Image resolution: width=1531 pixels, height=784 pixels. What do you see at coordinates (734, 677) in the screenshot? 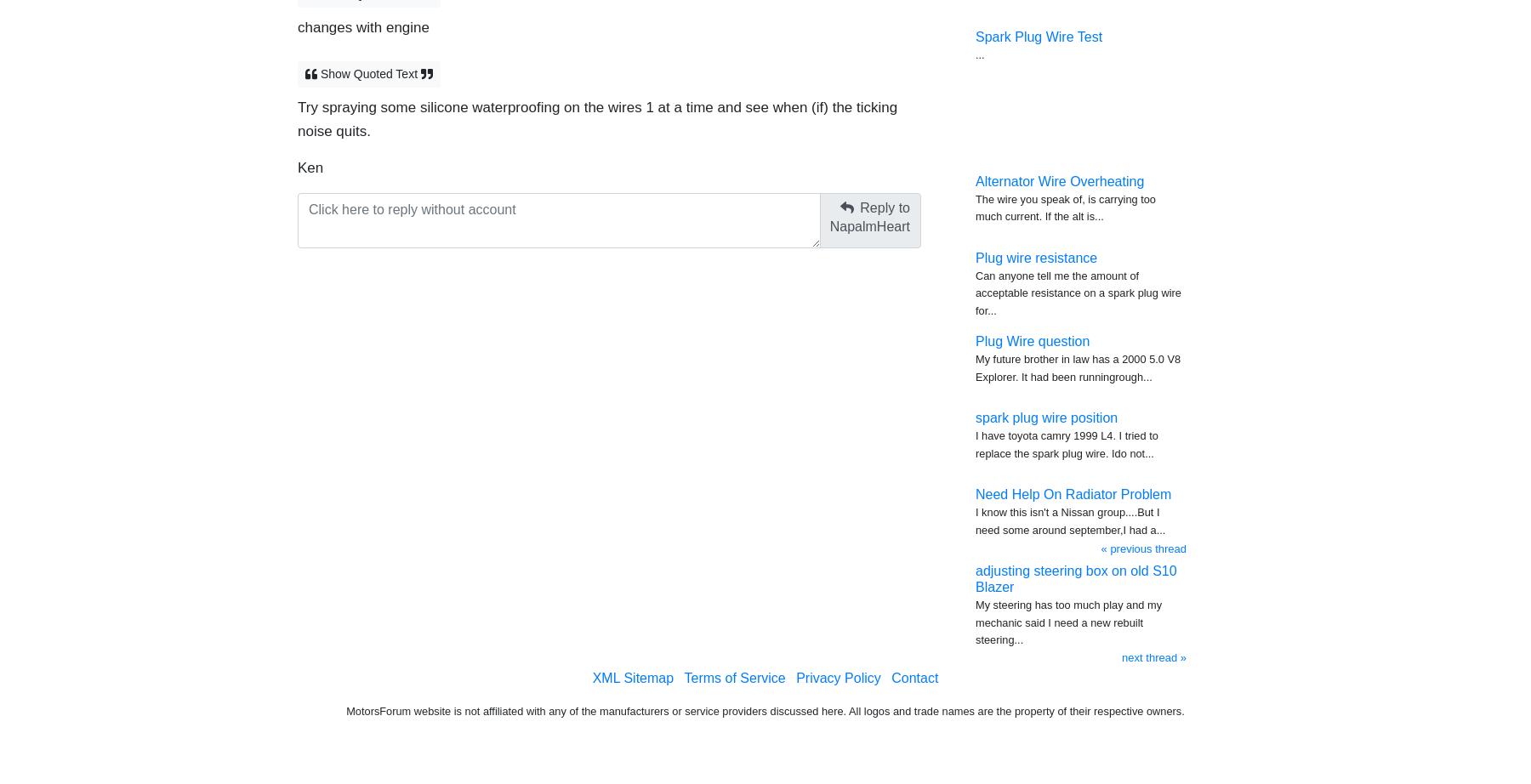
I see `'Terms of Service'` at bounding box center [734, 677].